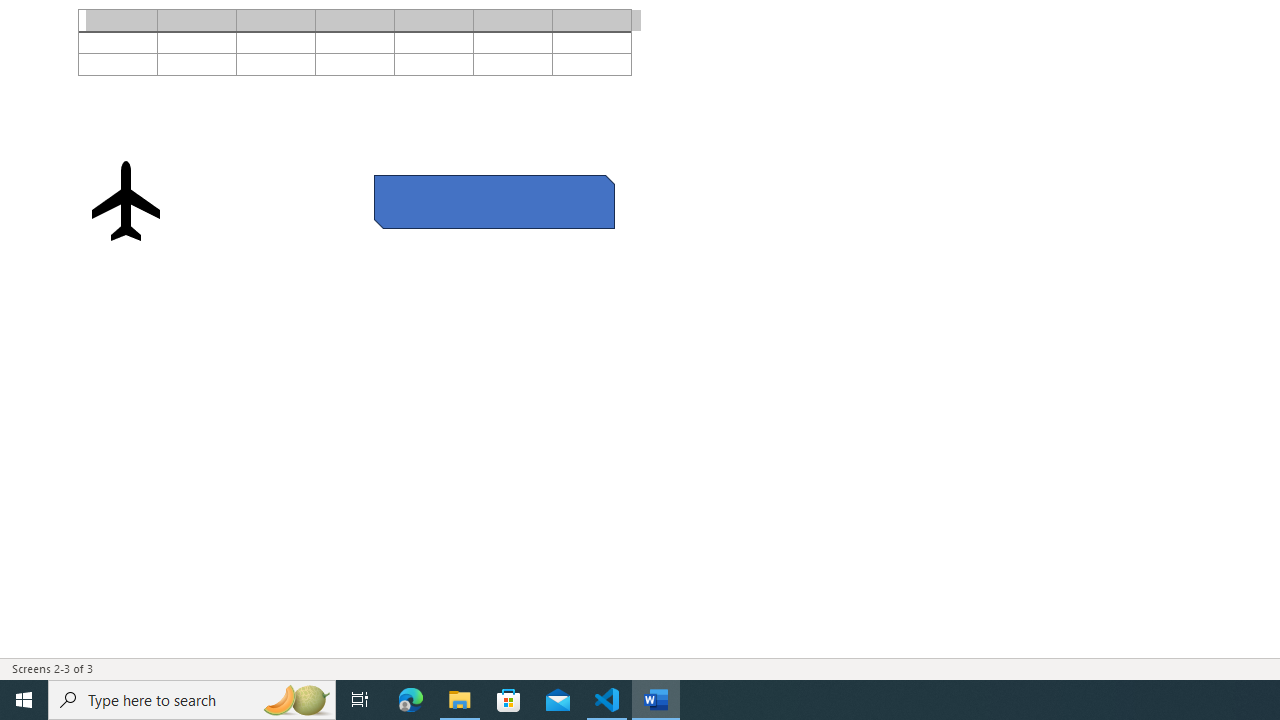 The width and height of the screenshot is (1280, 720). What do you see at coordinates (125, 200) in the screenshot?
I see `'Airplane with solid fill'` at bounding box center [125, 200].